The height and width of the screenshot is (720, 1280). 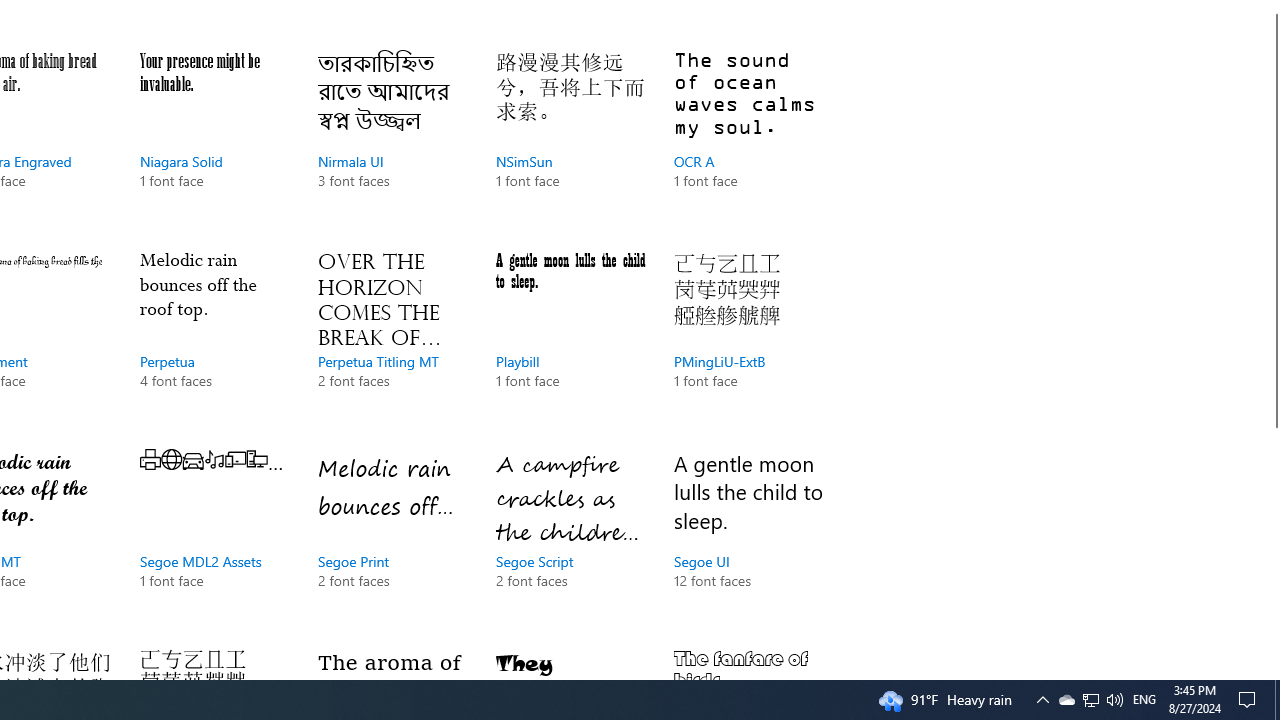 I want to click on 'Segoe Script, 2 font faces', so click(x=569, y=540).